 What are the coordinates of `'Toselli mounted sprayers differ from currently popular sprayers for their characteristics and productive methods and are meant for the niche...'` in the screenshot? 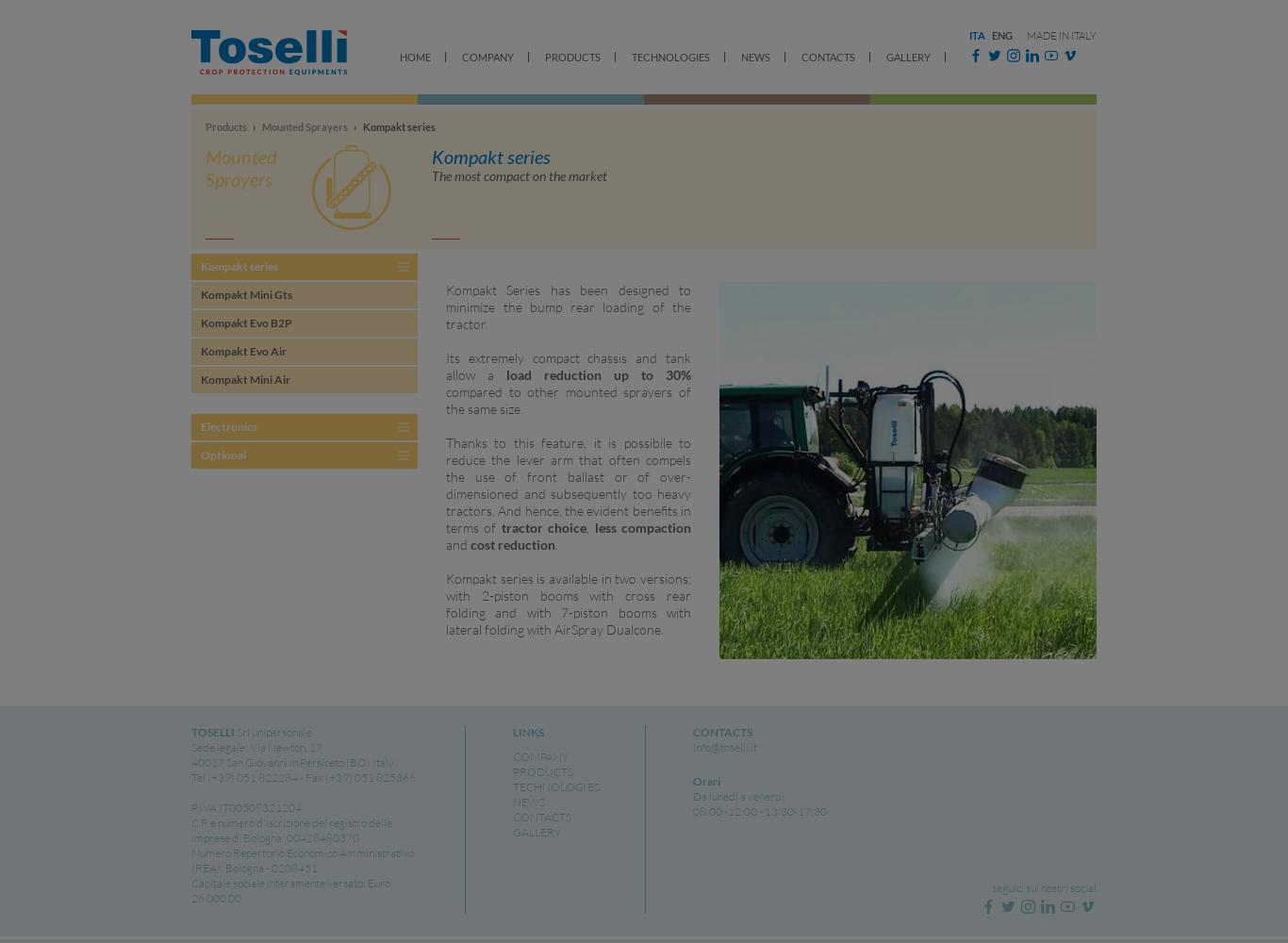 It's located at (297, 130).